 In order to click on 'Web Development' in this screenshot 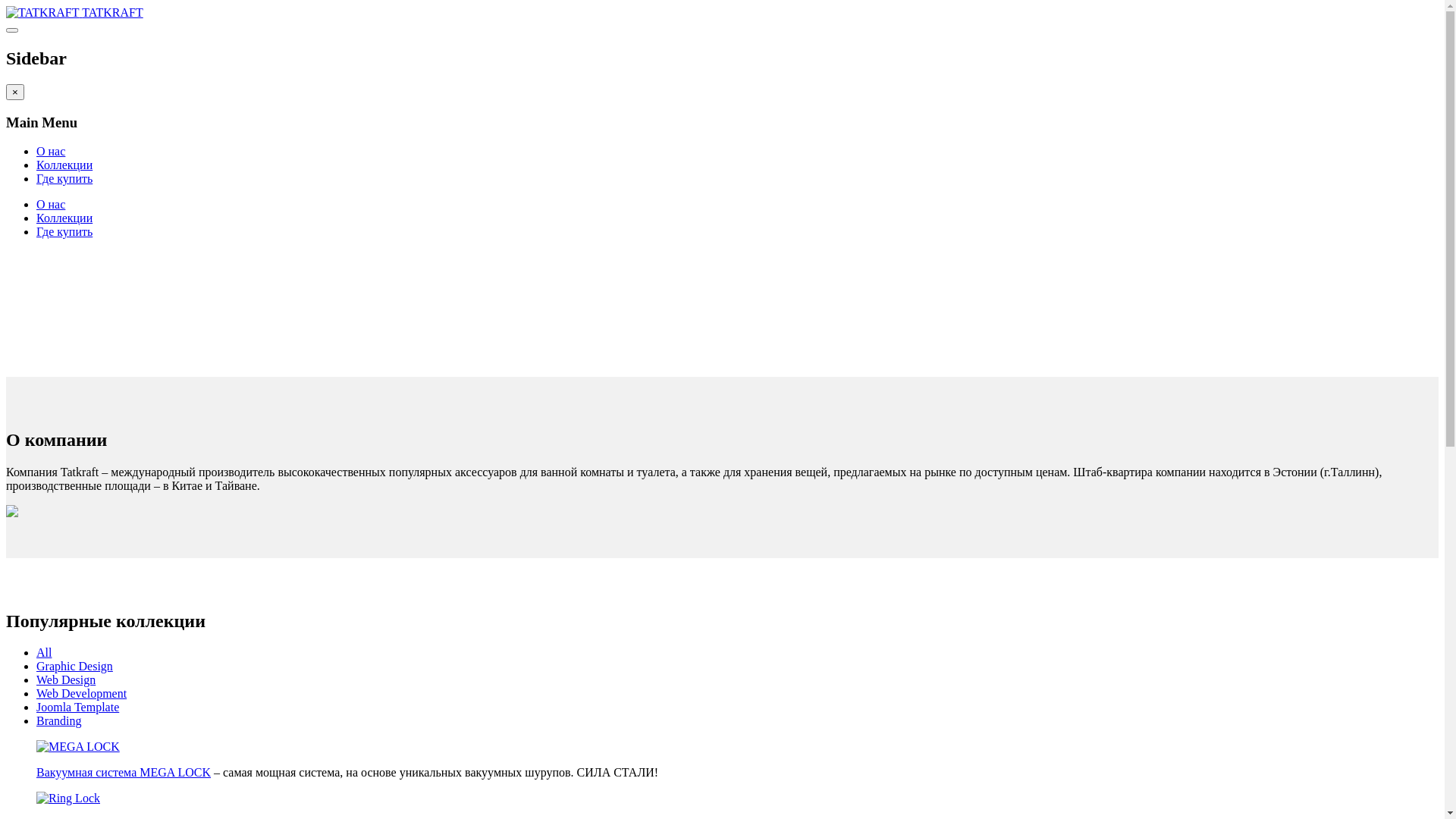, I will do `click(80, 693)`.